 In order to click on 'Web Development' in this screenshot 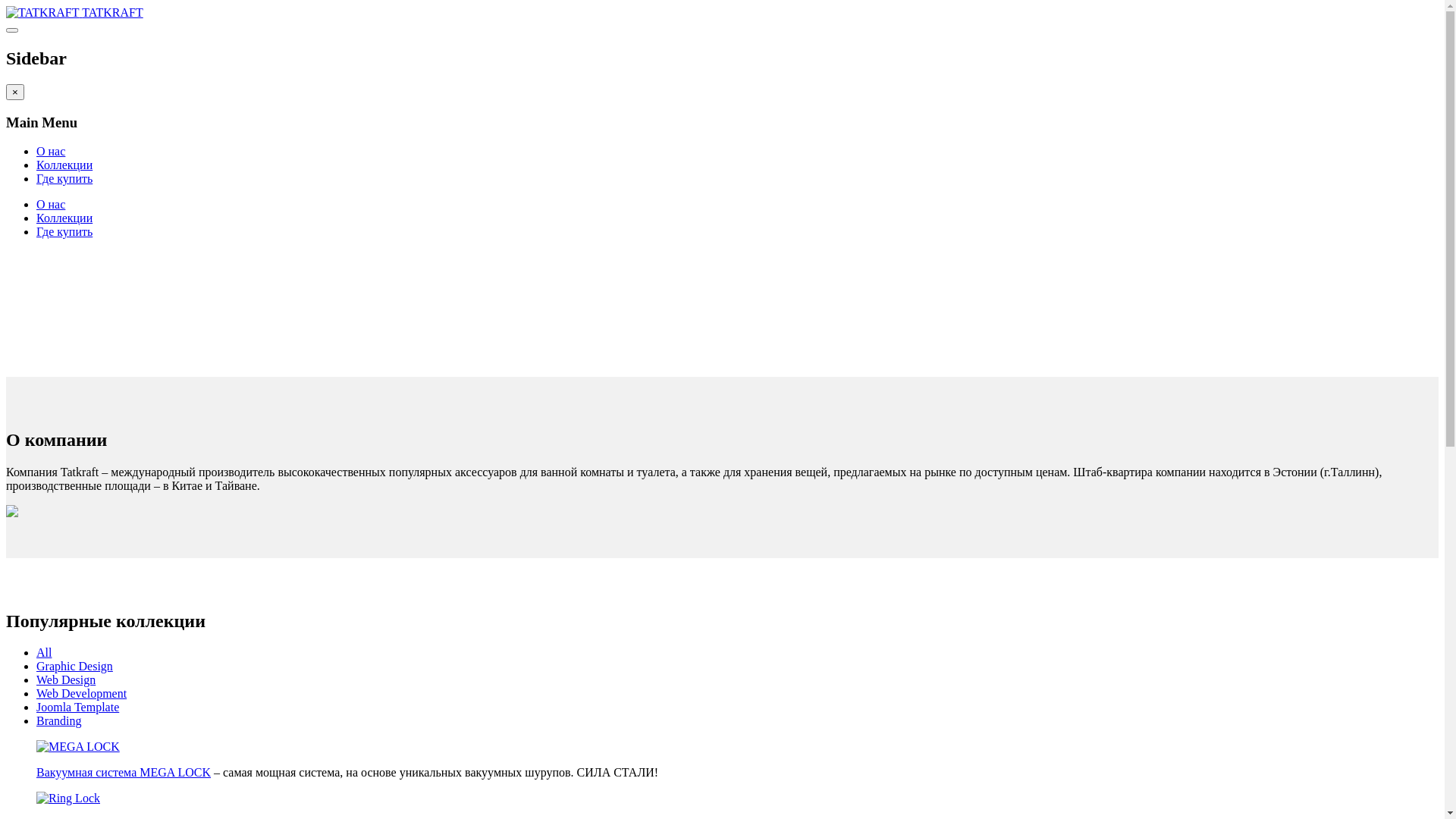, I will do `click(80, 693)`.